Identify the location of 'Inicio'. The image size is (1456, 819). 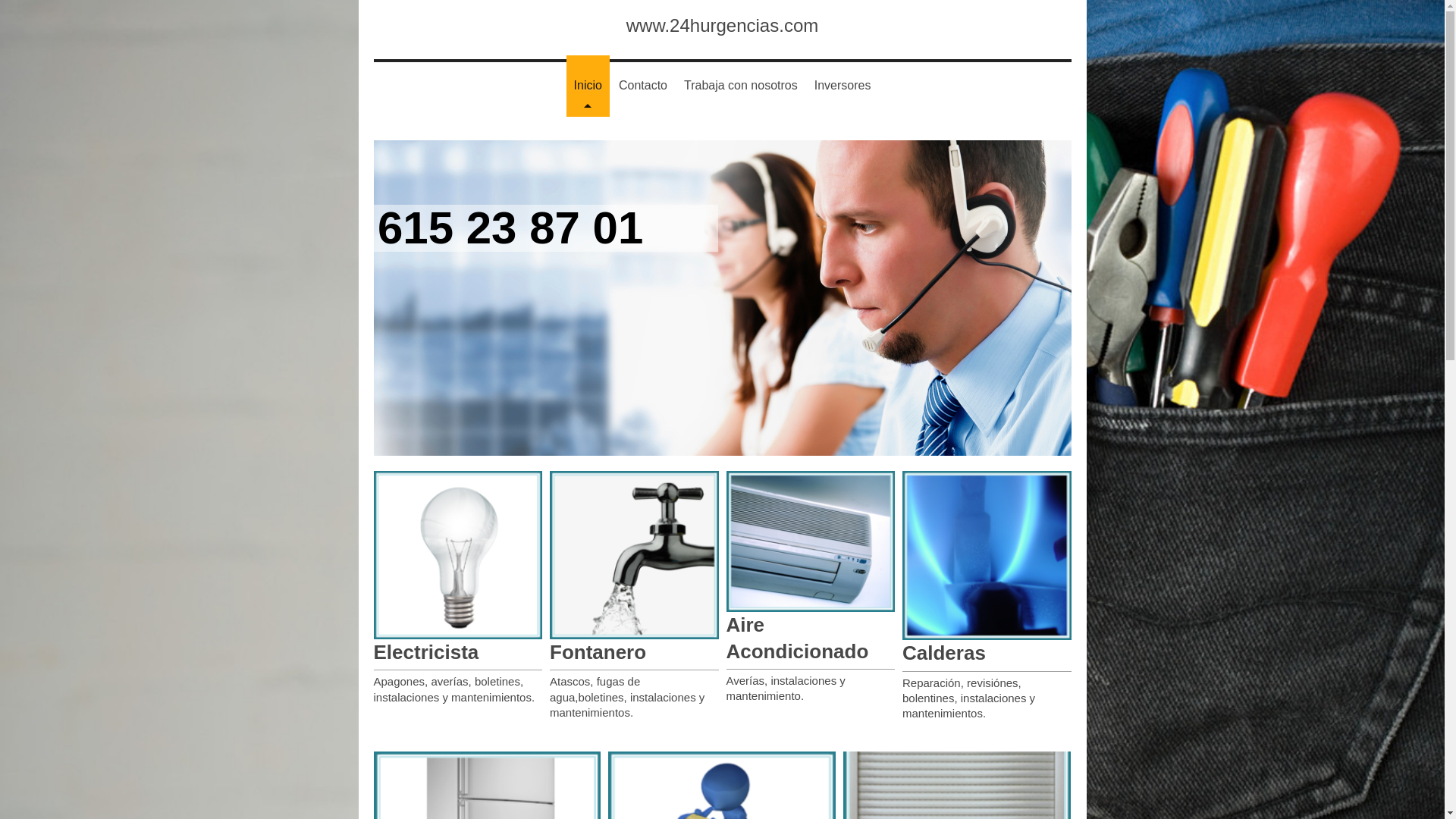
(587, 86).